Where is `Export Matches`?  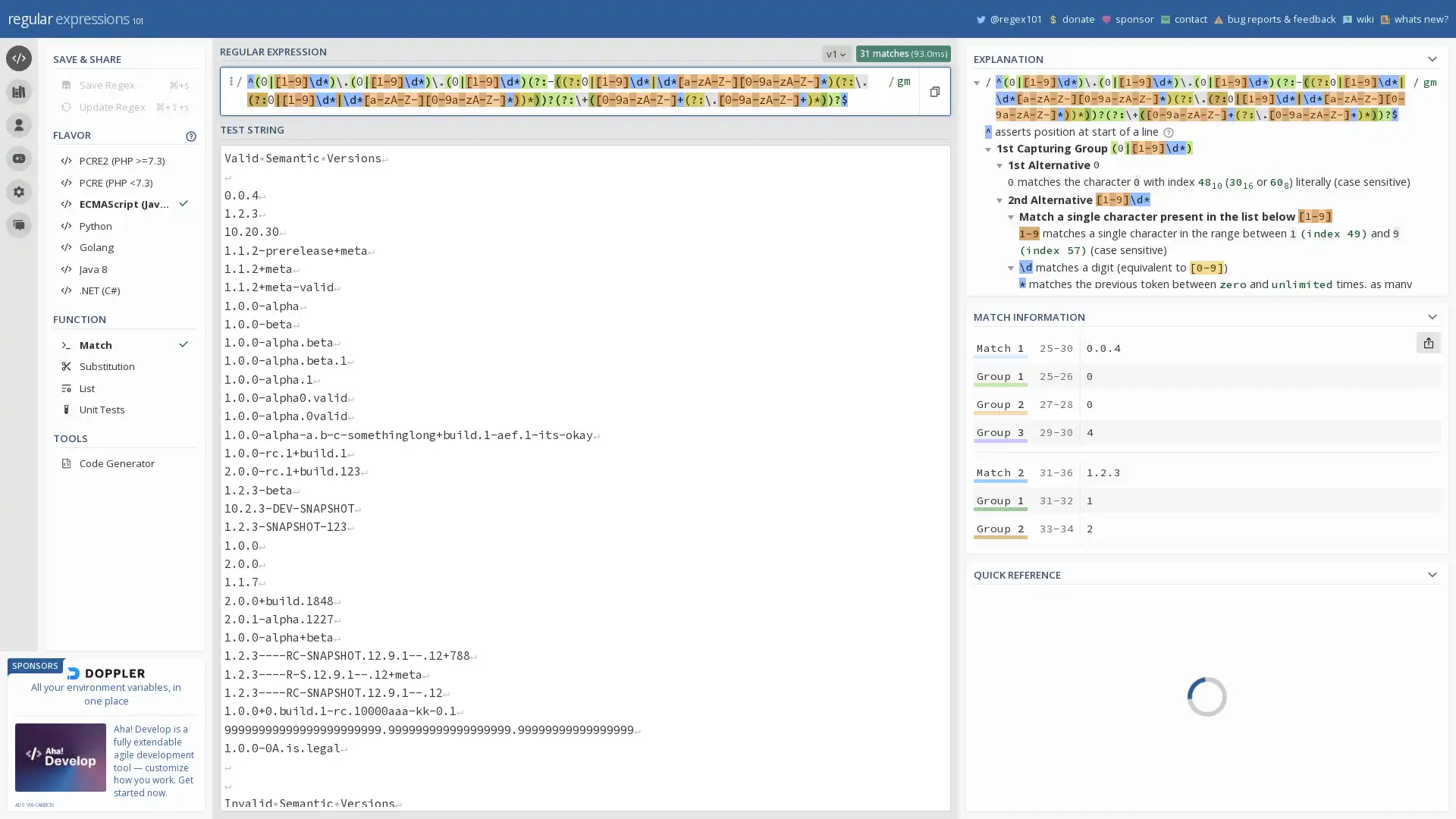
Export Matches is located at coordinates (1427, 342).